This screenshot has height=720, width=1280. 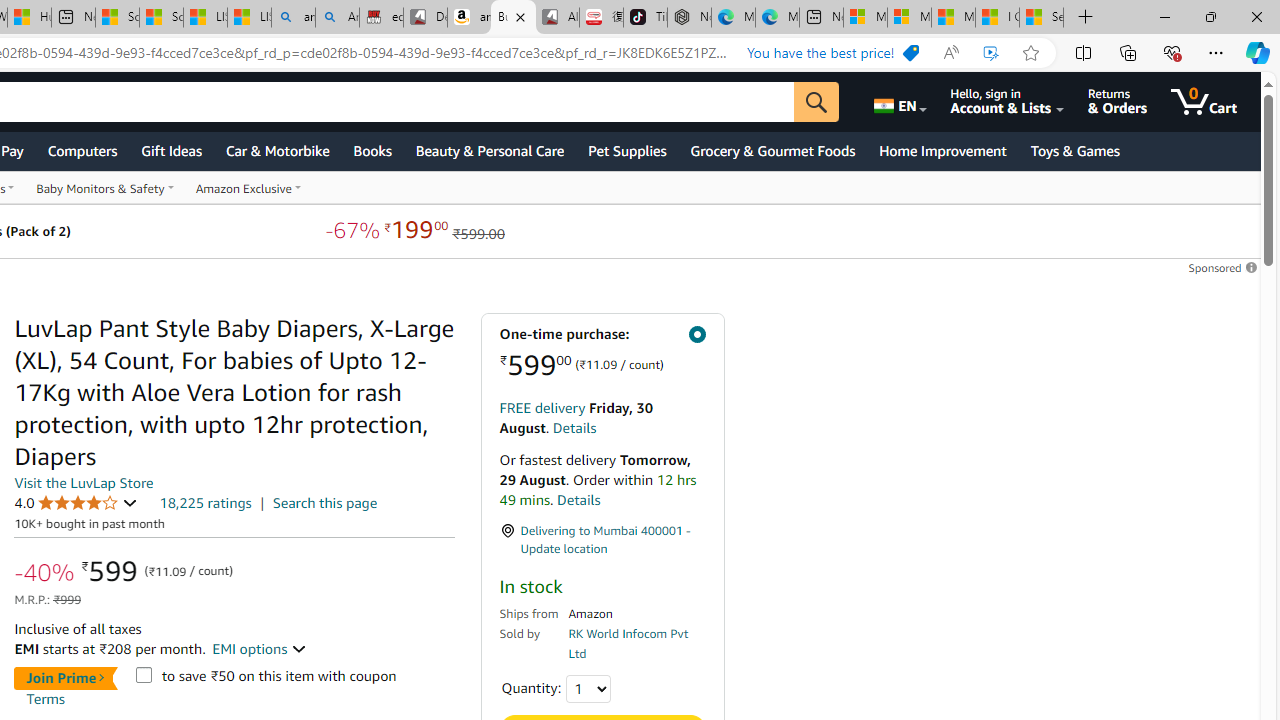 What do you see at coordinates (601, 540) in the screenshot?
I see `'Delivering to Mumbai 400001 - Update location'` at bounding box center [601, 540].